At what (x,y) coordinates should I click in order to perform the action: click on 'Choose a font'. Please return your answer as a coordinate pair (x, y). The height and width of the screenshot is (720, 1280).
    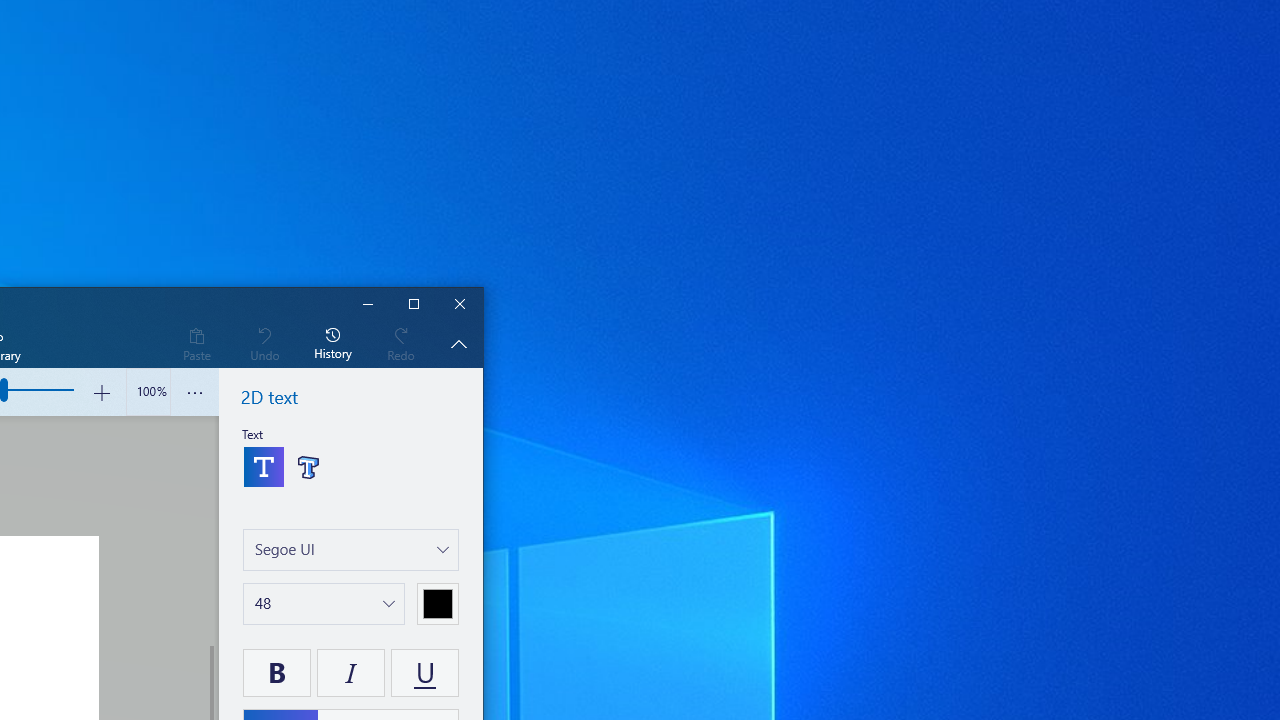
    Looking at the image, I should click on (351, 550).